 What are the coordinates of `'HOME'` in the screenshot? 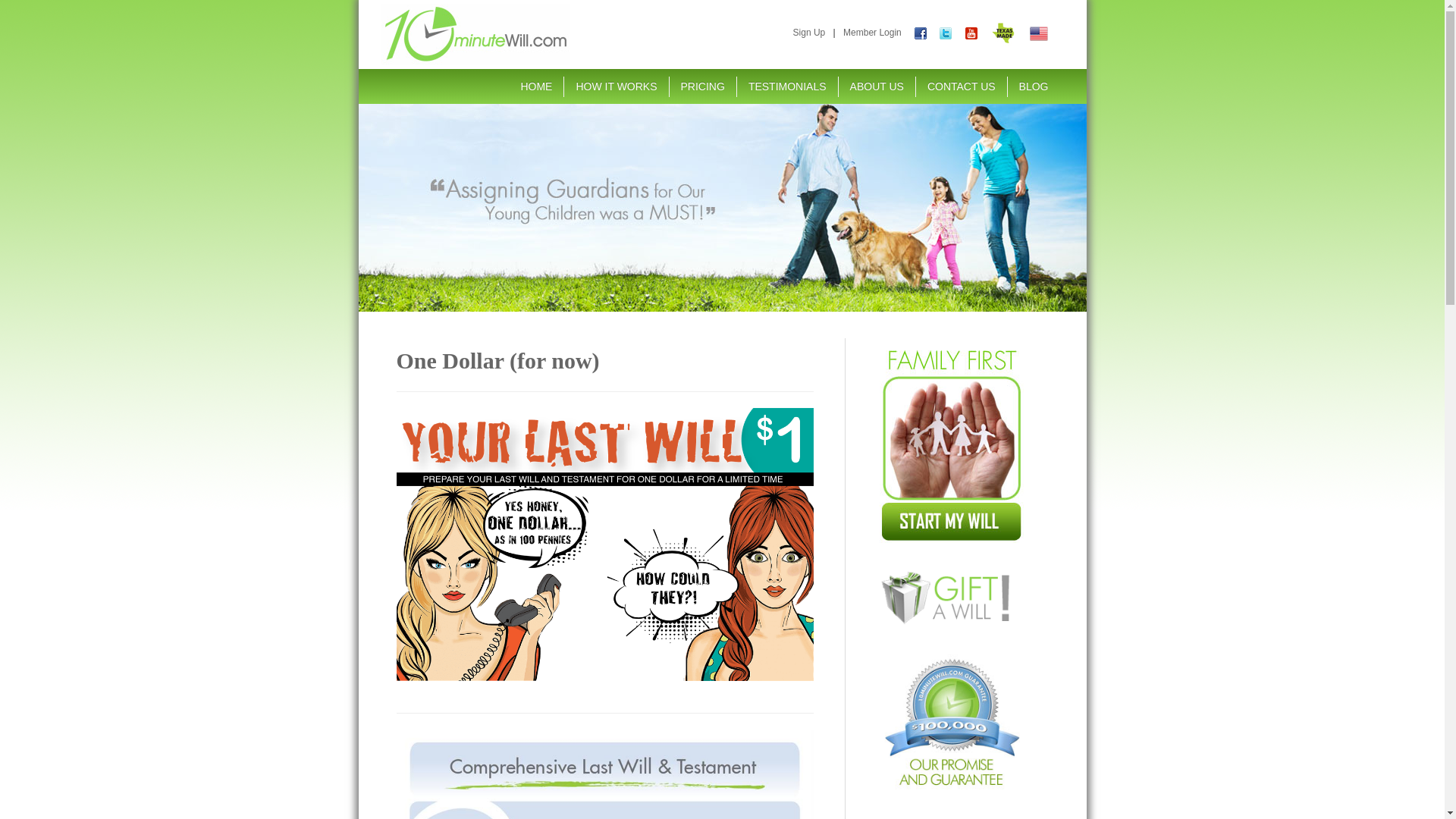 It's located at (535, 86).